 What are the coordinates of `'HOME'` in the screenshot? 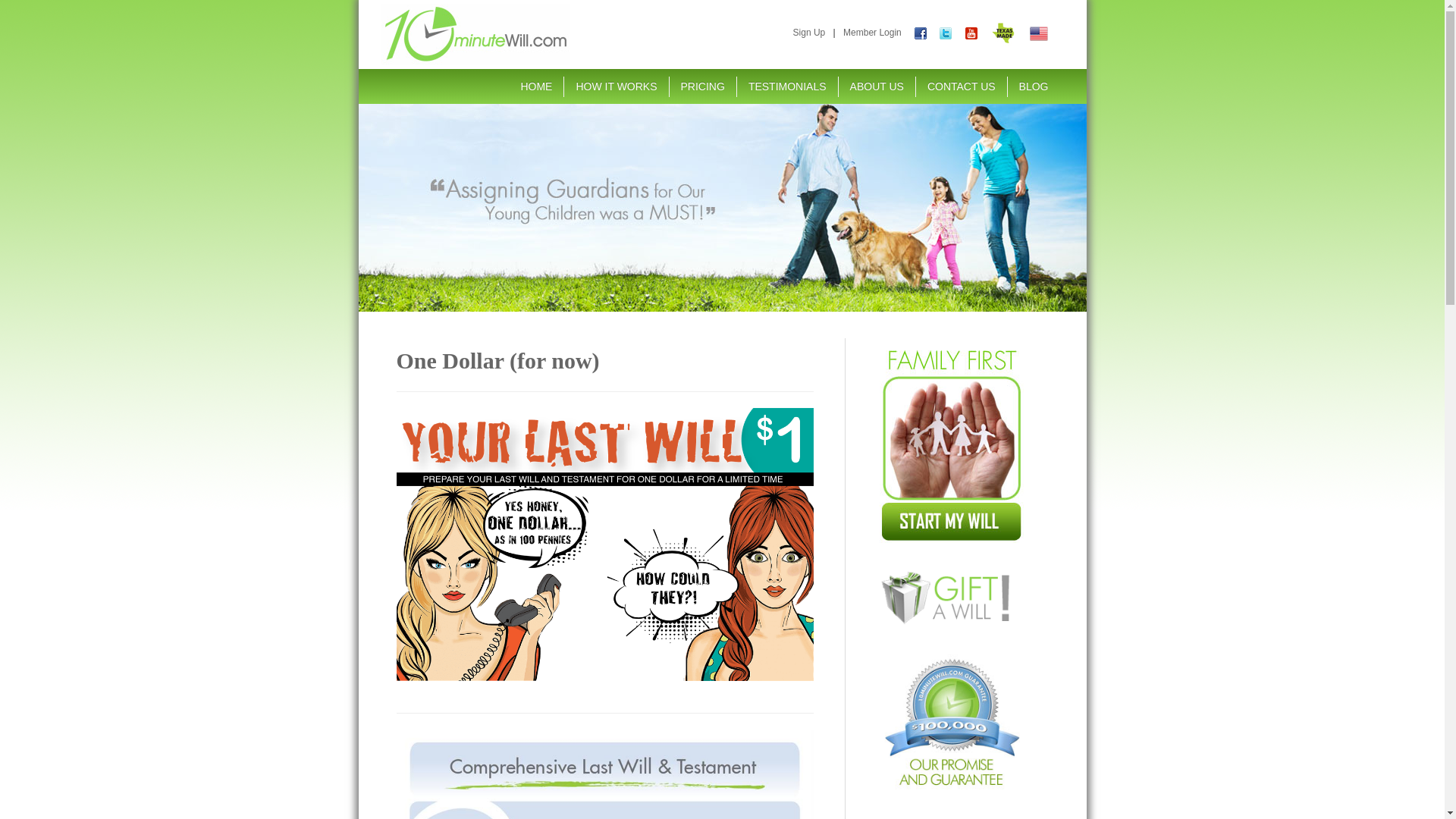 It's located at (535, 86).